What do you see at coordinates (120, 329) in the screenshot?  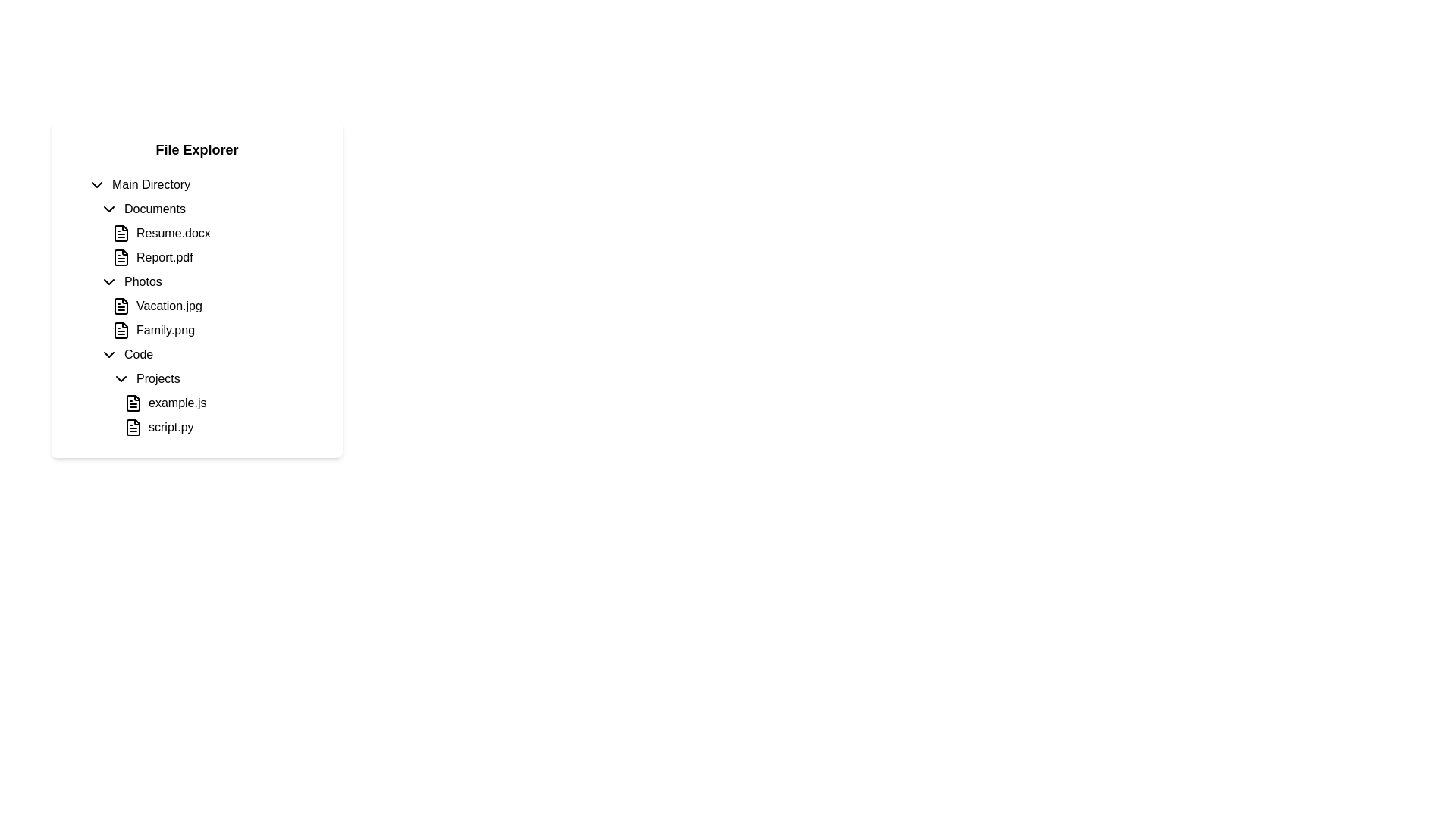 I see `the icon representing the file 'Family.png'` at bounding box center [120, 329].